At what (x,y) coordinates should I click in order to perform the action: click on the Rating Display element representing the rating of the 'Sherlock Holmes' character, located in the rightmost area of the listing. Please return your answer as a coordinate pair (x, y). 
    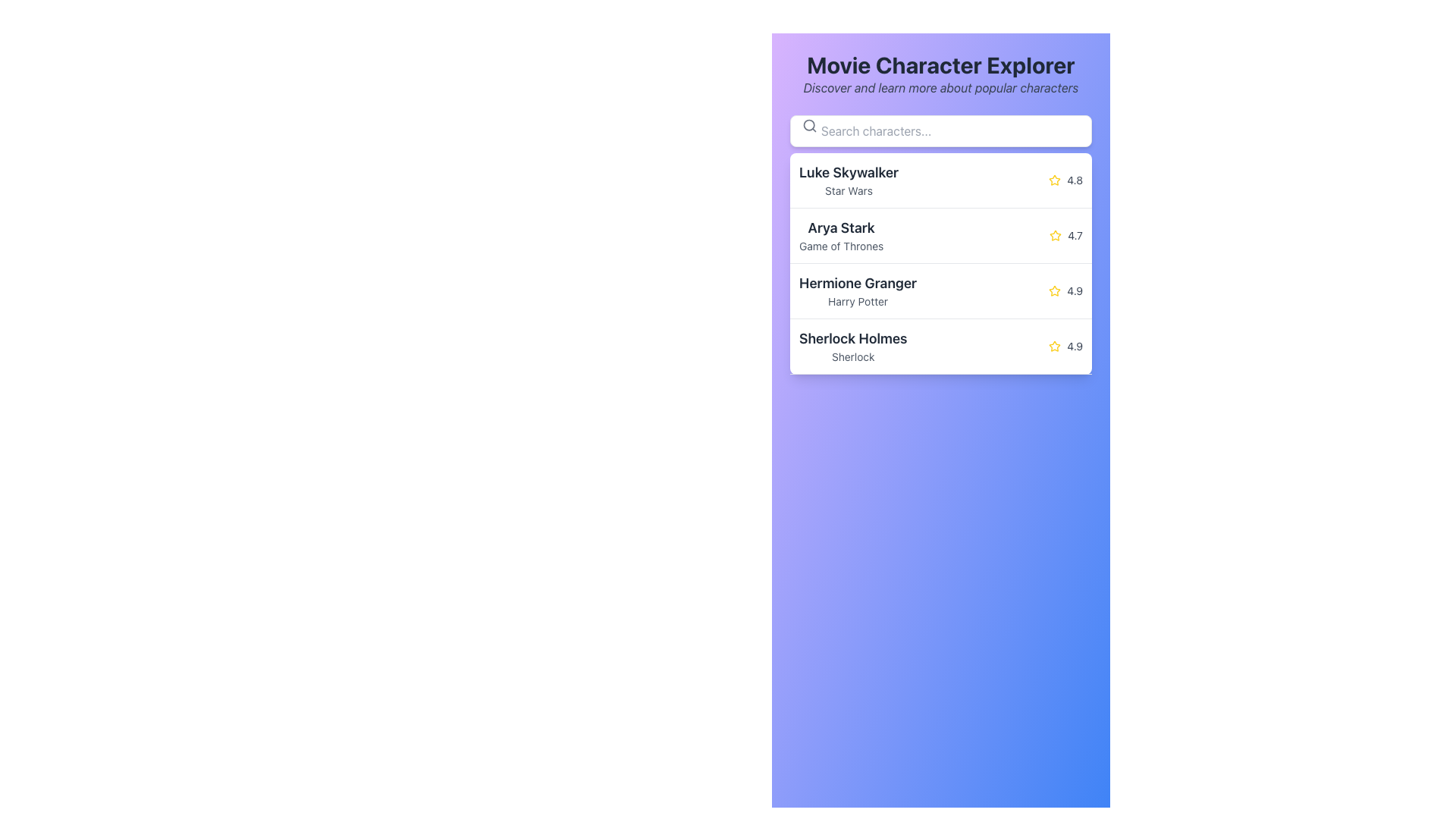
    Looking at the image, I should click on (1065, 346).